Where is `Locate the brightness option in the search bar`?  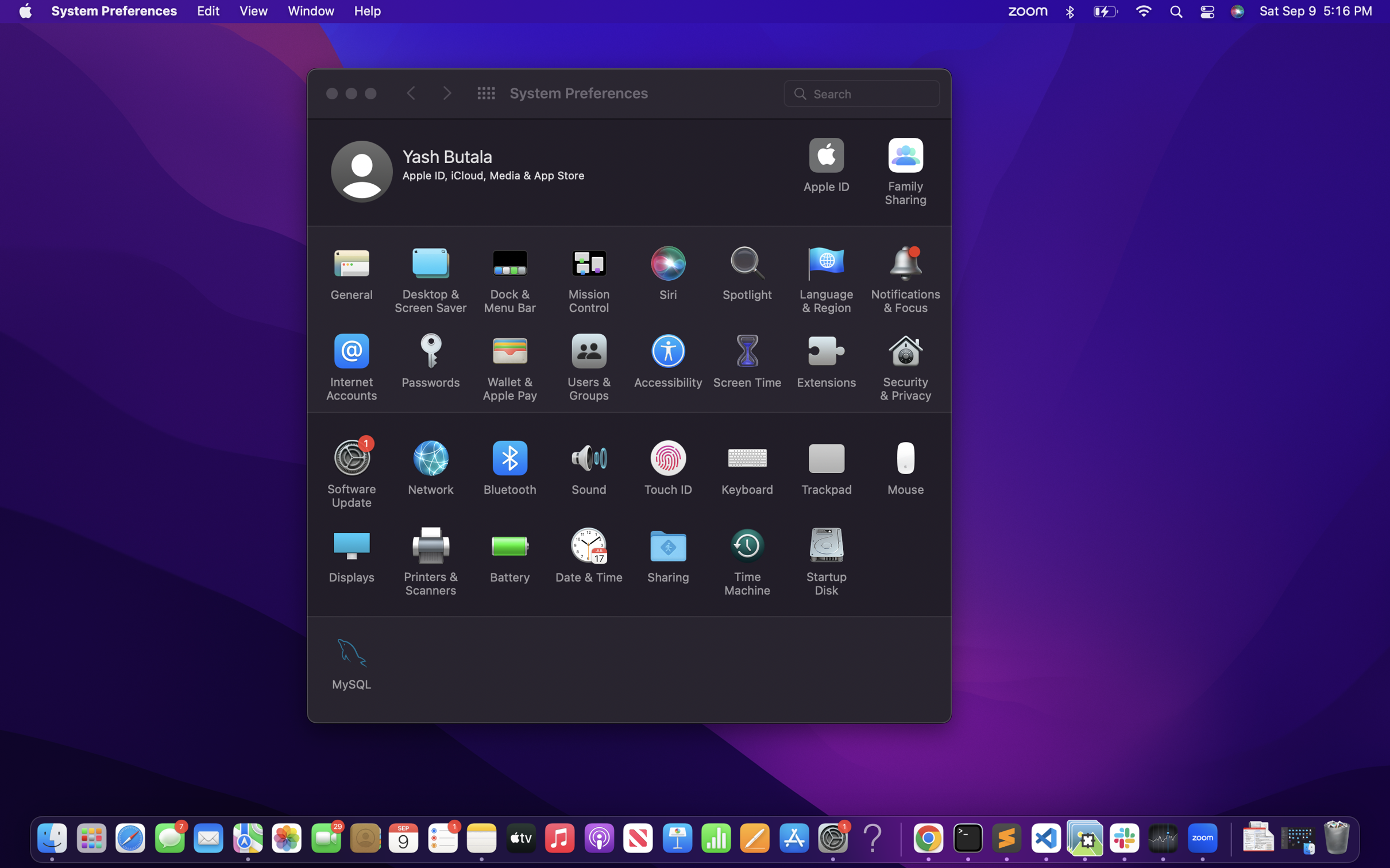 Locate the brightness option in the search bar is located at coordinates (863, 92).